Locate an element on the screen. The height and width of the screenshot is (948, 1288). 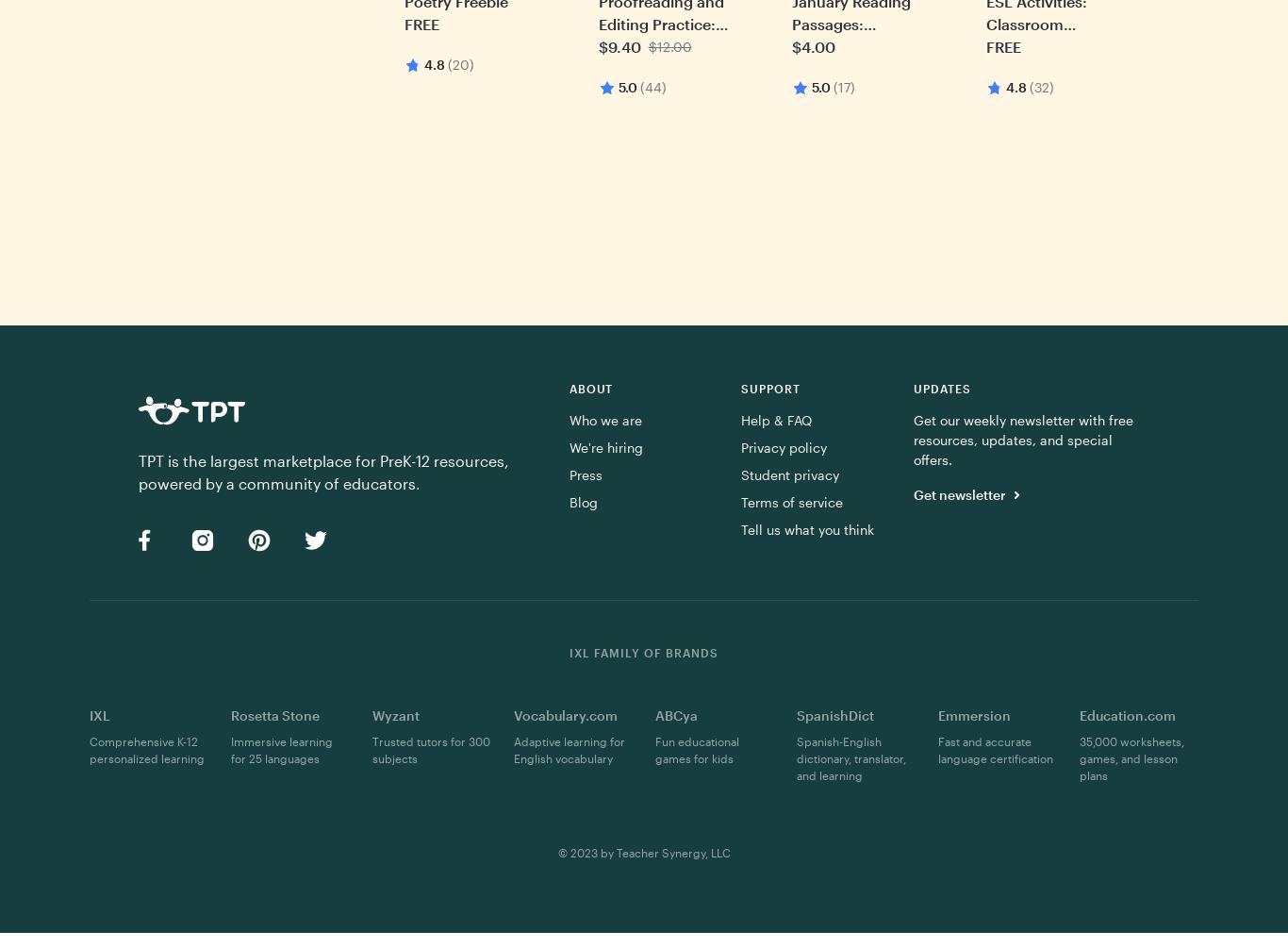
'$12.00' is located at coordinates (669, 46).